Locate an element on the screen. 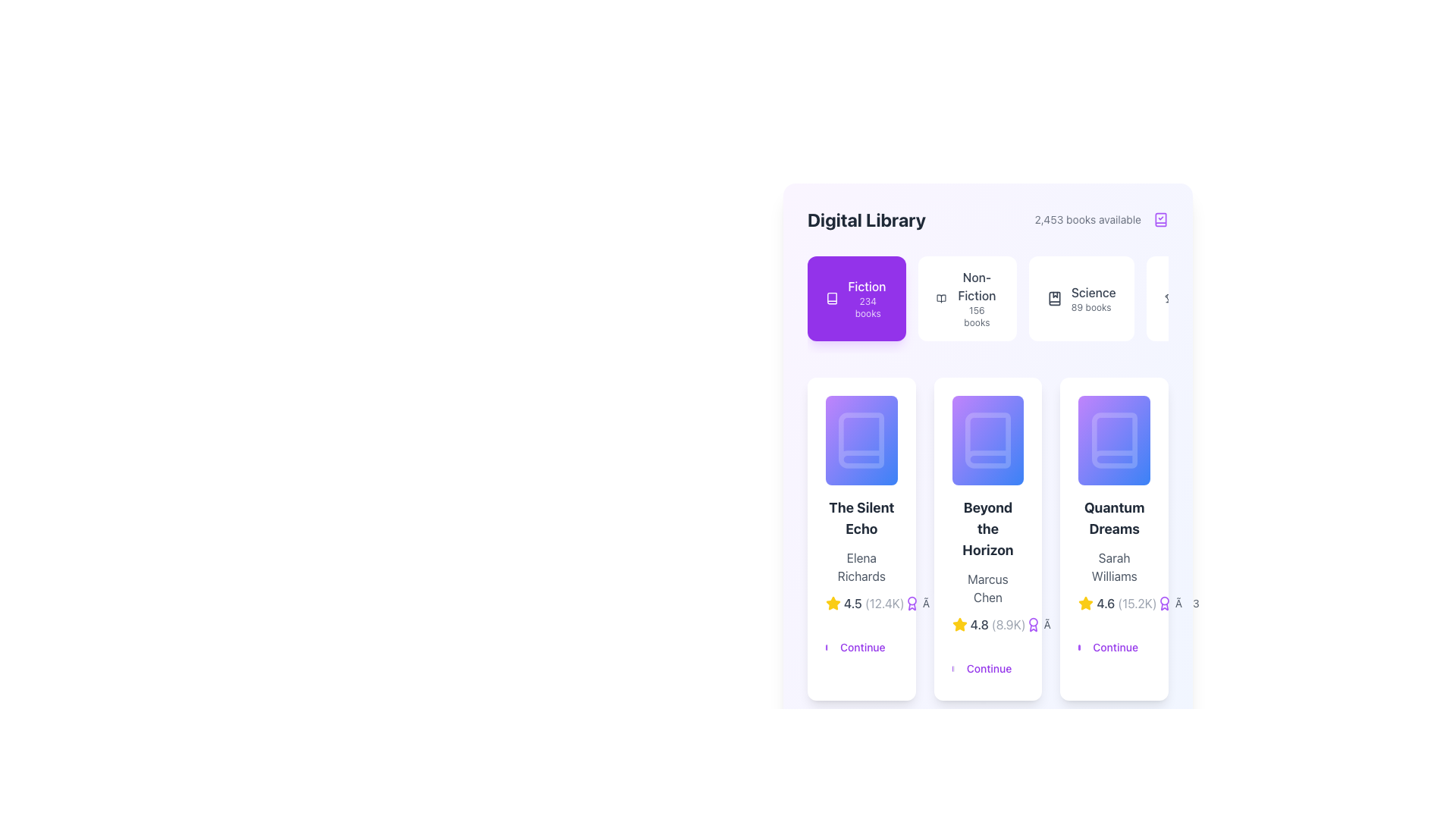  the small book icon located in the purple 'Fiction' button is located at coordinates (831, 298).